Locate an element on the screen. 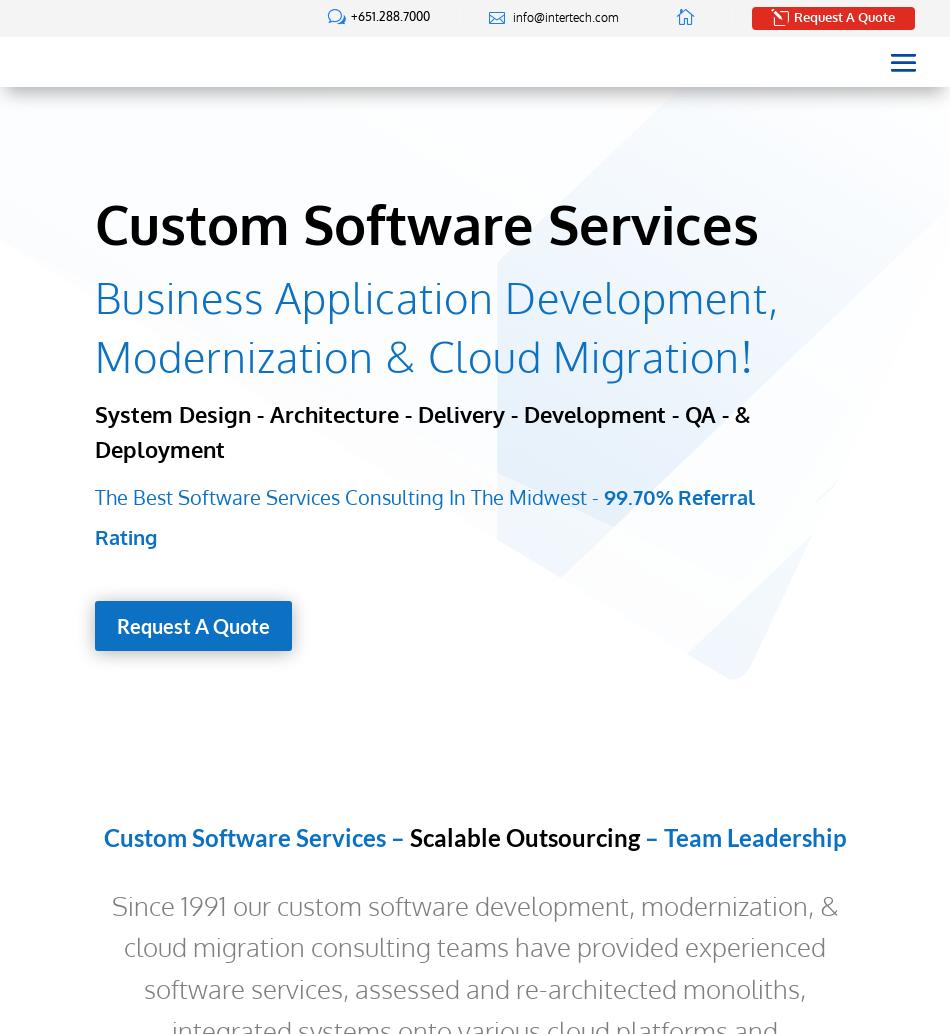  '99.70% Referral Rating' is located at coordinates (424, 517).